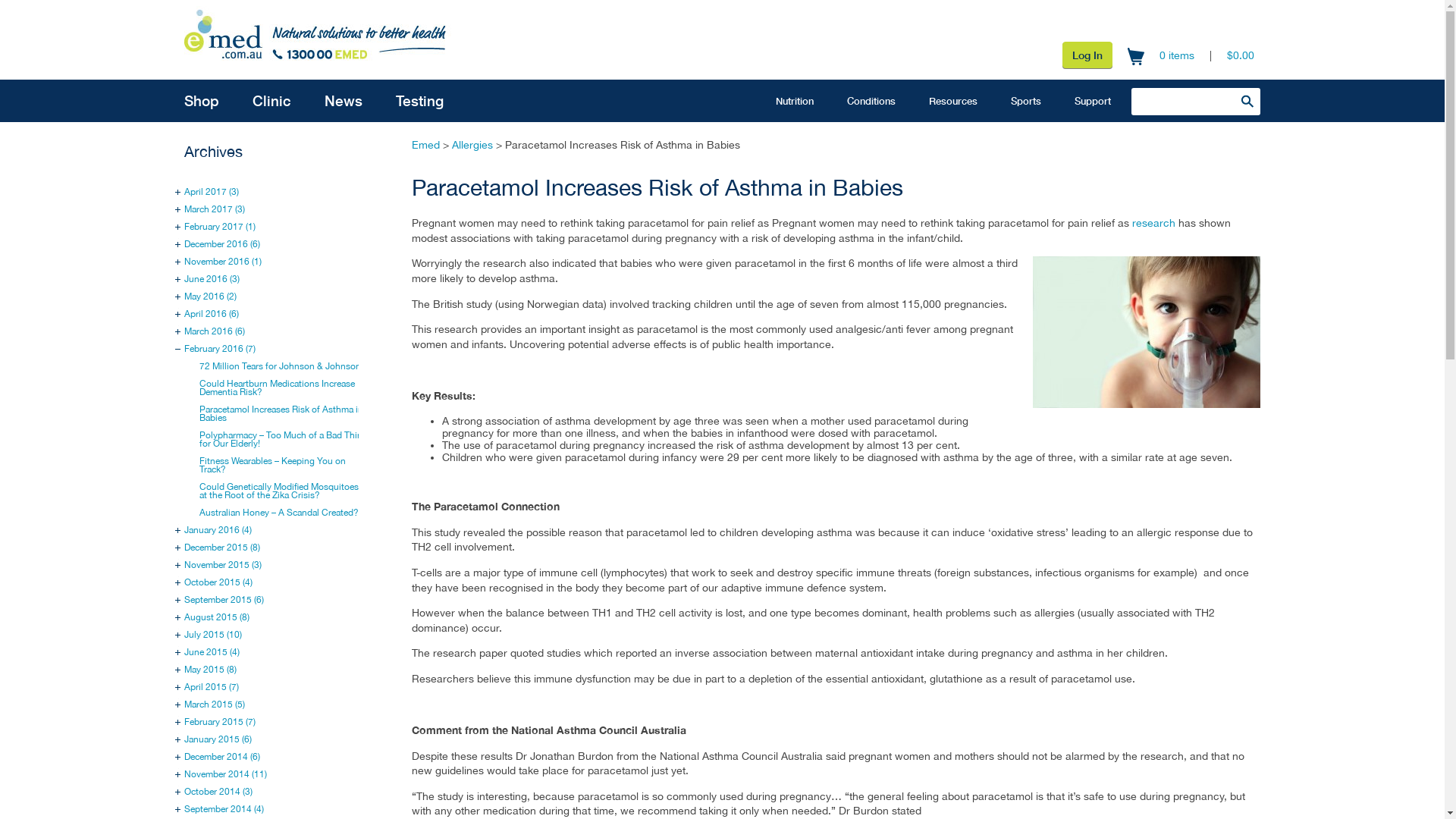 The height and width of the screenshot is (819, 1456). Describe the element at coordinates (1234, 100) in the screenshot. I see `'Search'` at that location.